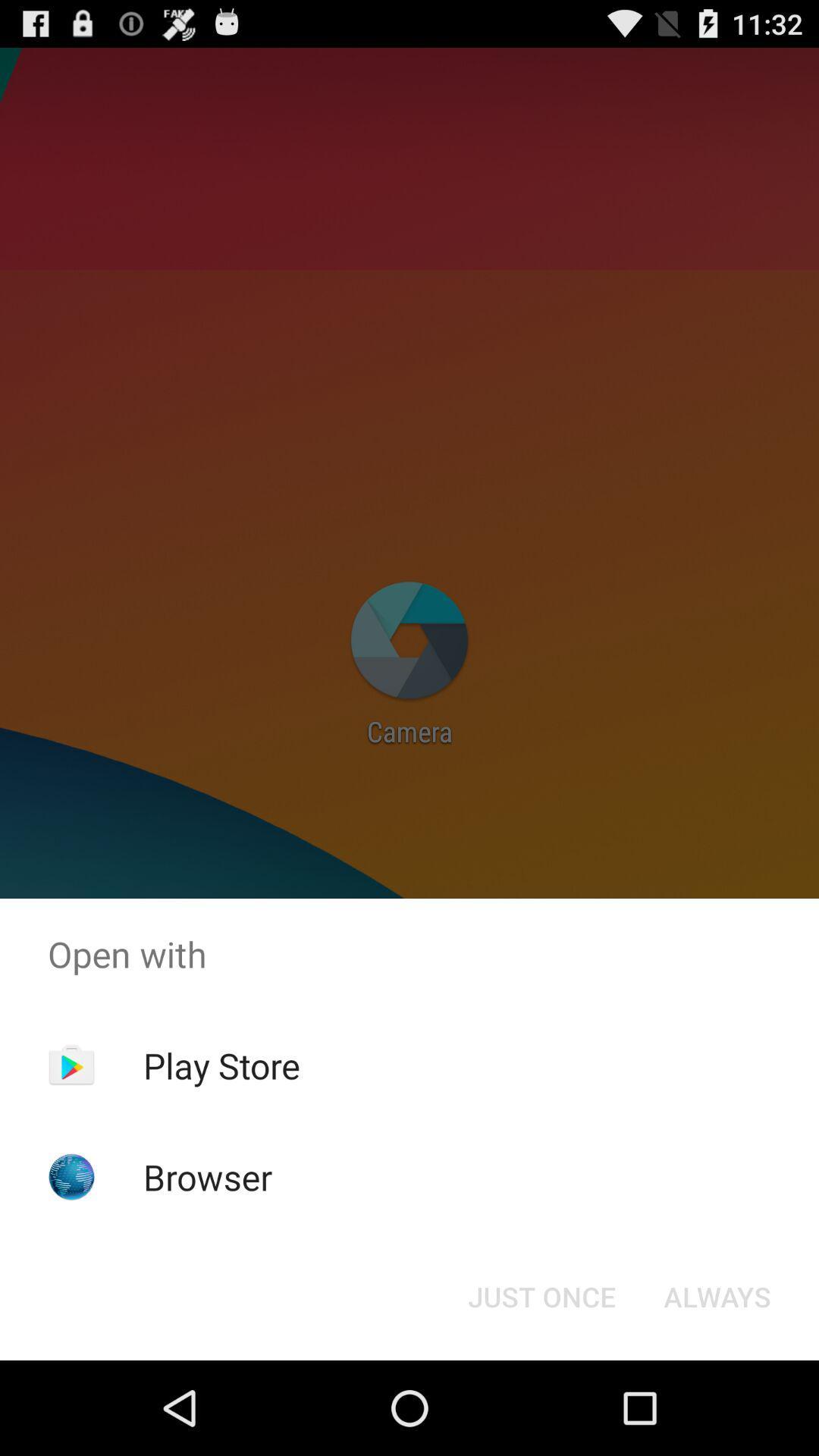  Describe the element at coordinates (208, 1176) in the screenshot. I see `browser app` at that location.